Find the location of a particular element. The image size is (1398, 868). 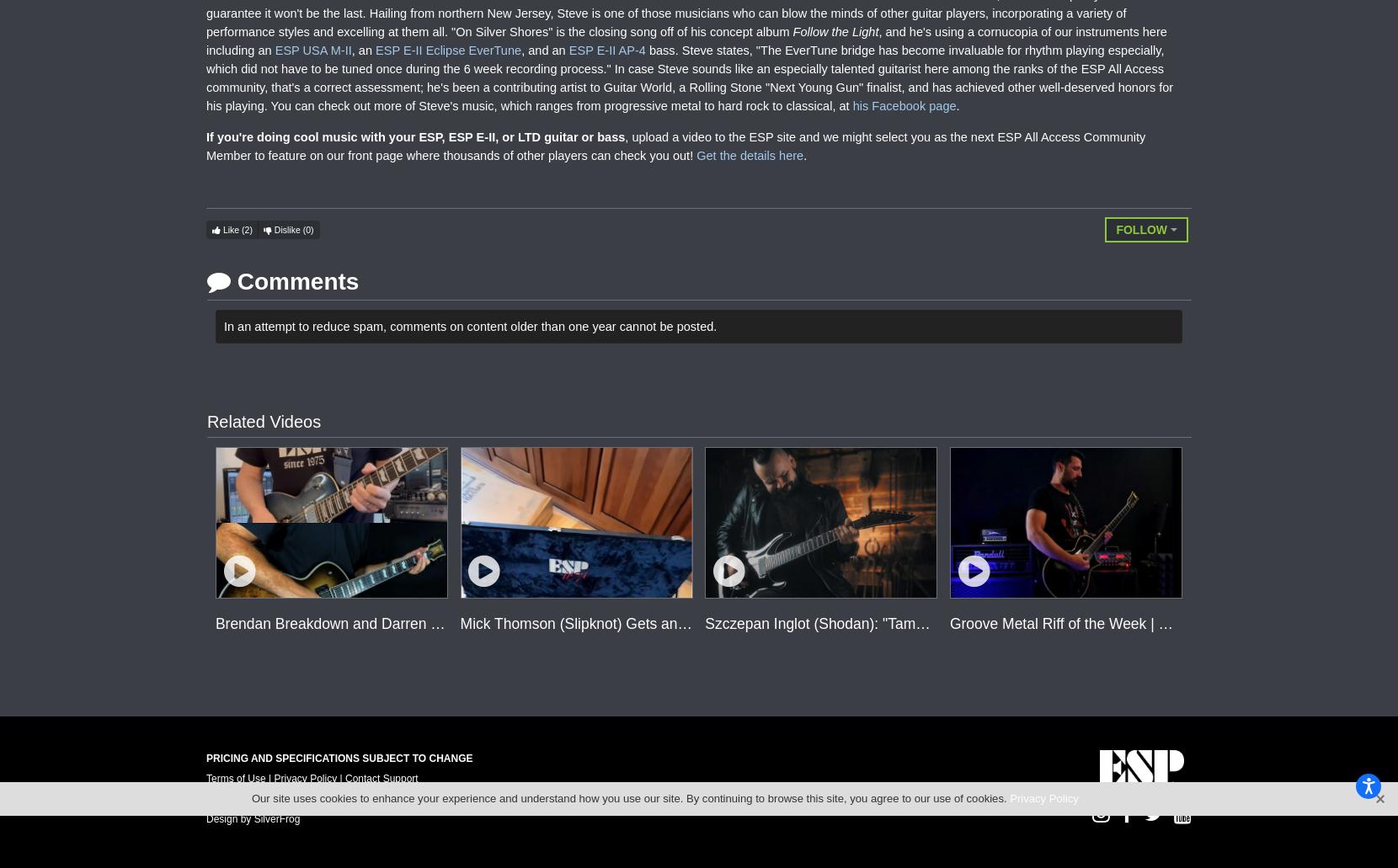

'Szczepan Inglot (Shodan): "Tamed In Unison" (playthrough)' is located at coordinates (899, 621).